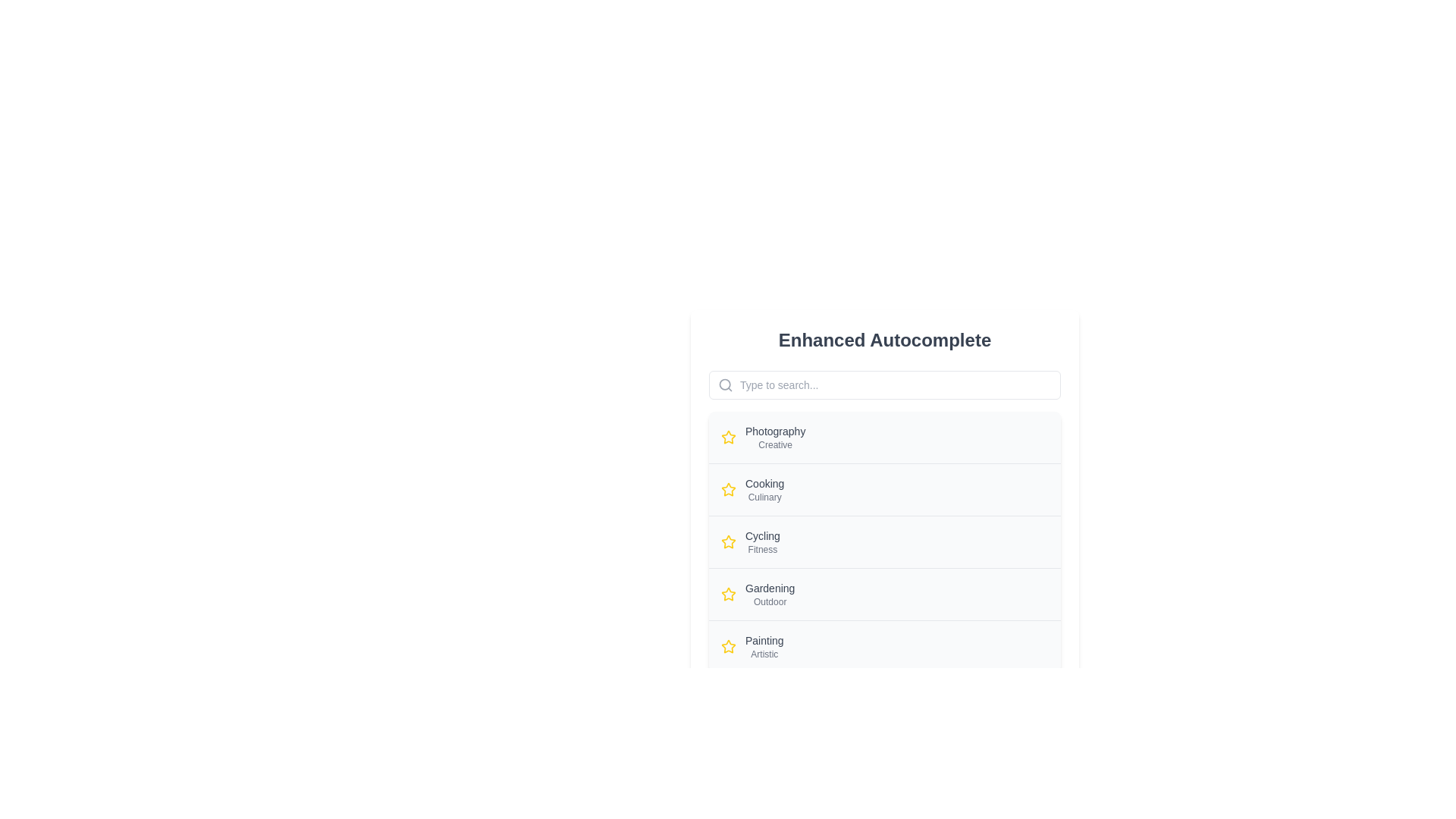  What do you see at coordinates (728, 593) in the screenshot?
I see `the icon that serves as an indicator for the 'Gardening' and 'Outdoor' text, located on the fourth row of the vertically stacked list` at bounding box center [728, 593].